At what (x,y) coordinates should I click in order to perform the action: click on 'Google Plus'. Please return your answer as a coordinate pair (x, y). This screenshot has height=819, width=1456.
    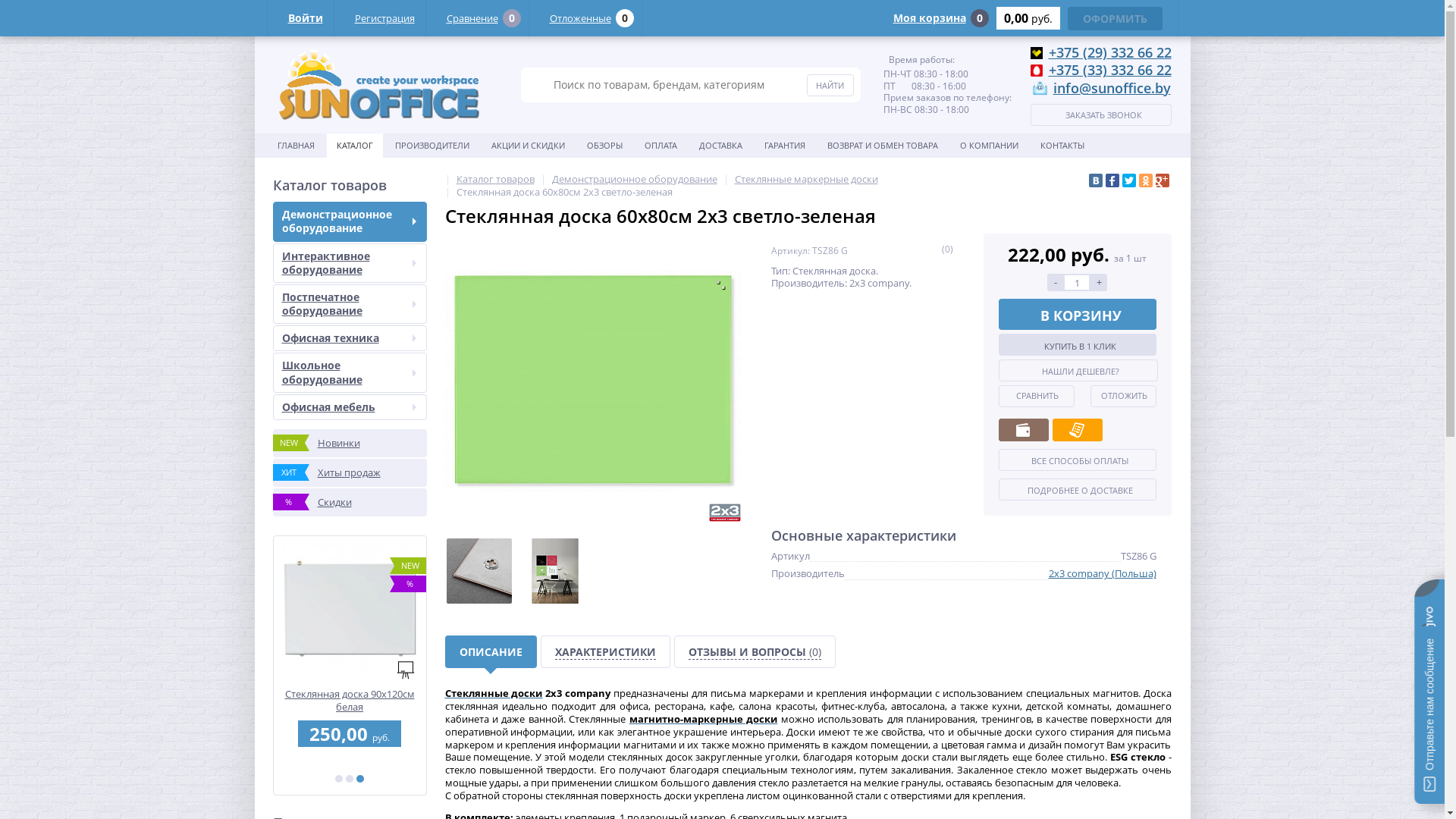
    Looking at the image, I should click on (1154, 180).